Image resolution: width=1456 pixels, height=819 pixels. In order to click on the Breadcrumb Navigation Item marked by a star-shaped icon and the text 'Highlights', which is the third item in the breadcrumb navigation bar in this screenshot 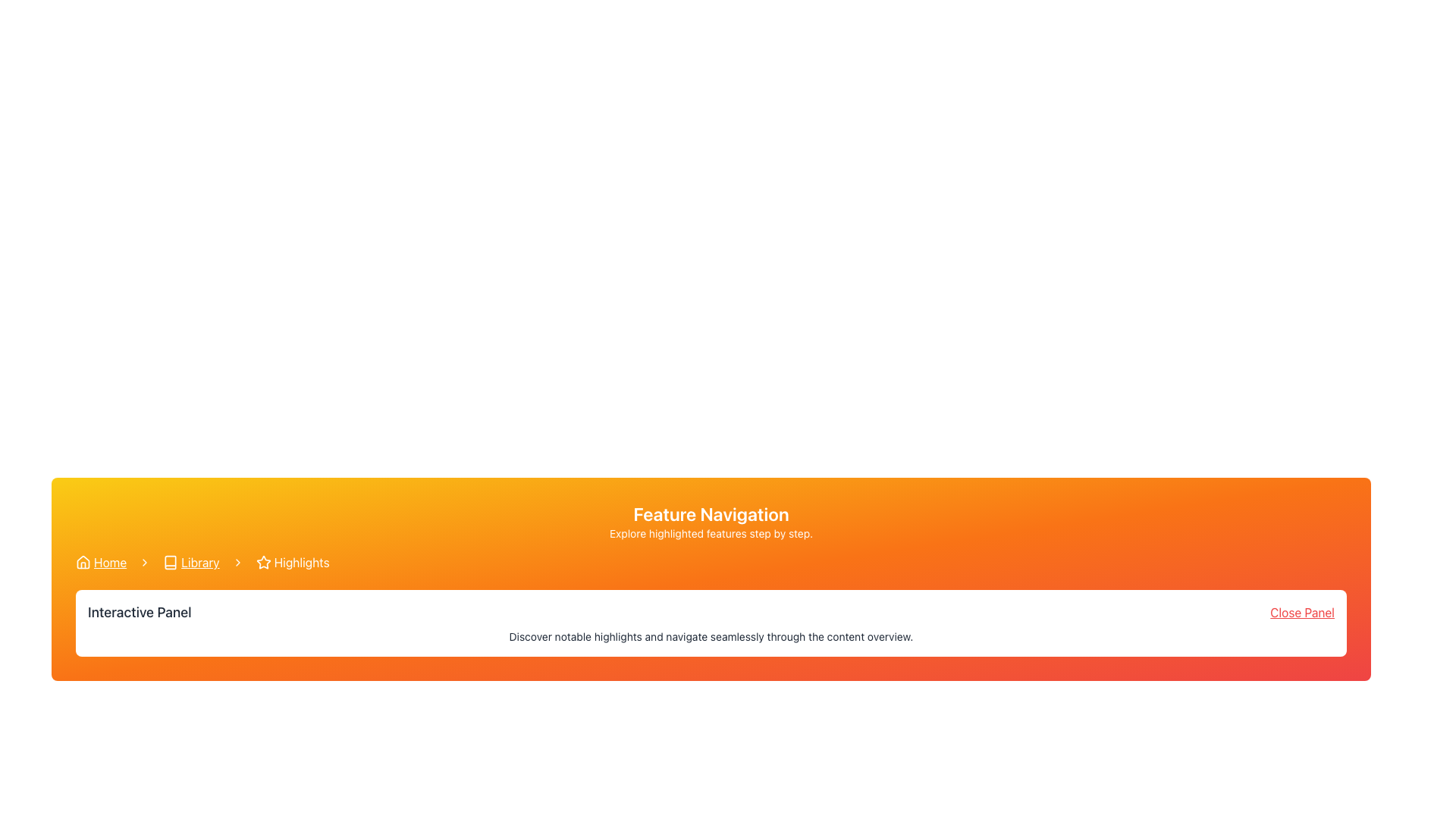, I will do `click(293, 562)`.